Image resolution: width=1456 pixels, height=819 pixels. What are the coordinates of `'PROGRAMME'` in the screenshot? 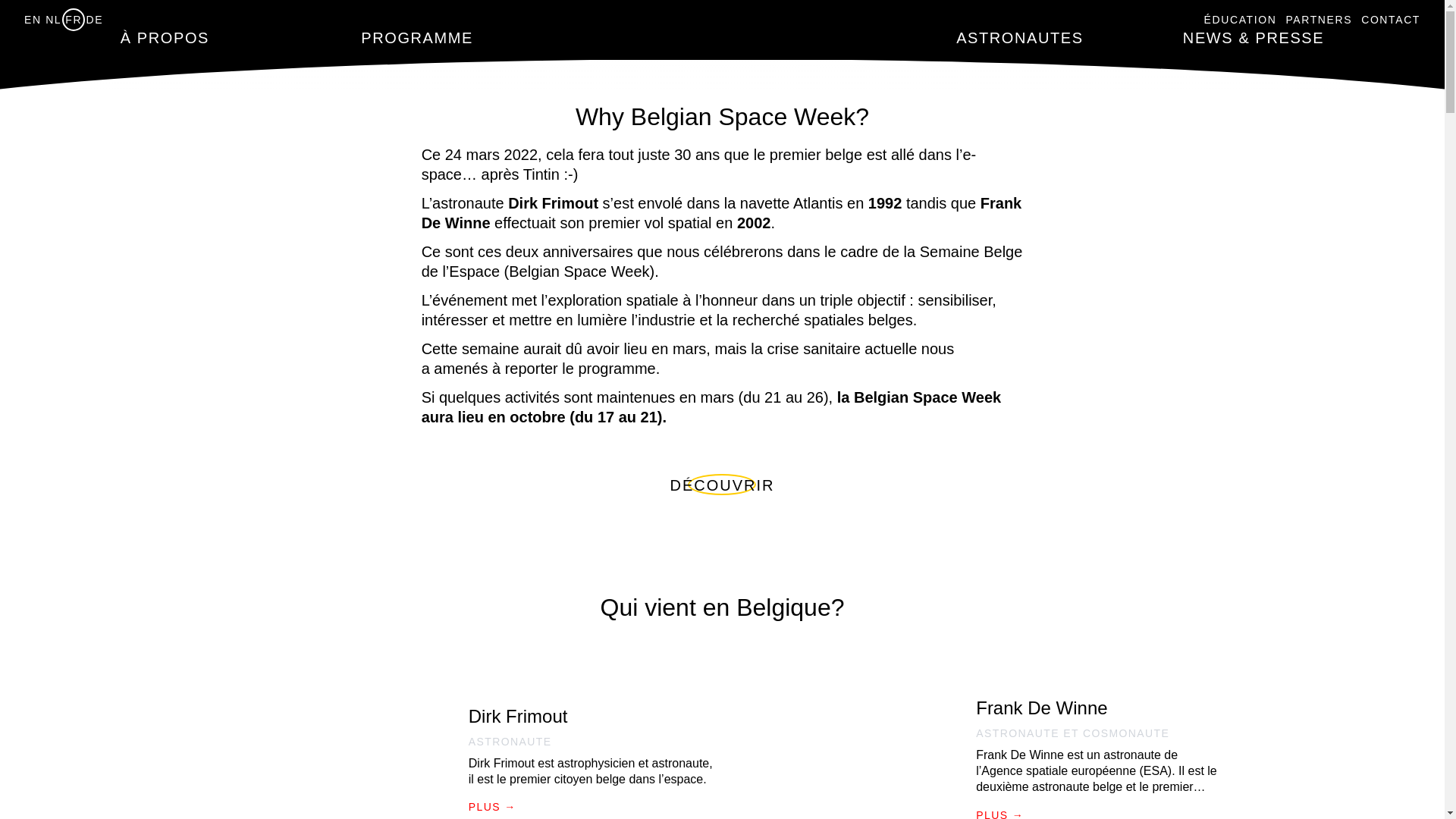 It's located at (359, 37).